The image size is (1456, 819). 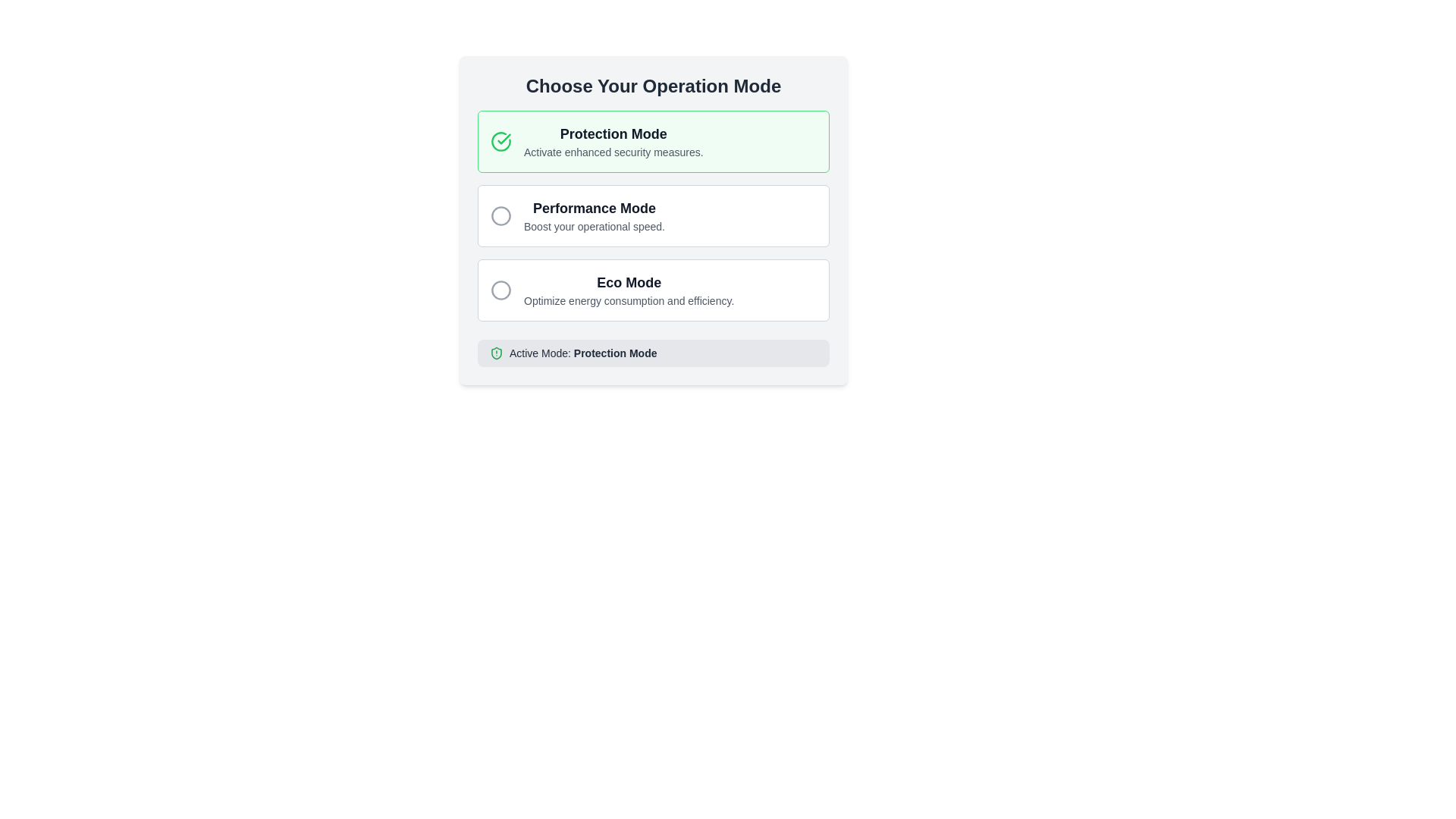 I want to click on the 'Performance Mode' selection option in the 'Choose Your Operation Mode' dialog, so click(x=654, y=216).